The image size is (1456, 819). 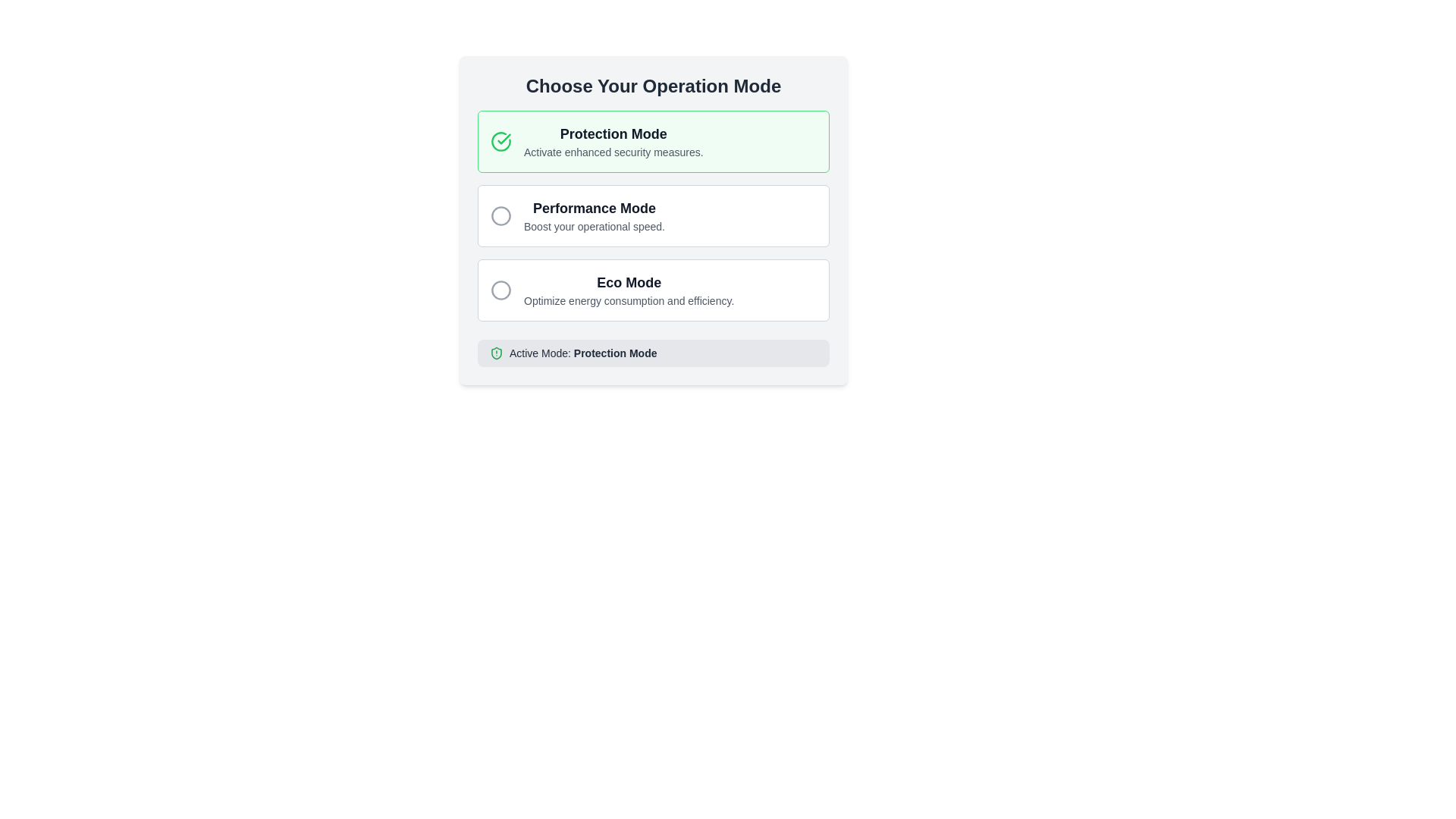 I want to click on the 'Performance Mode' selection option in the 'Choose Your Operation Mode' dialog, so click(x=654, y=216).